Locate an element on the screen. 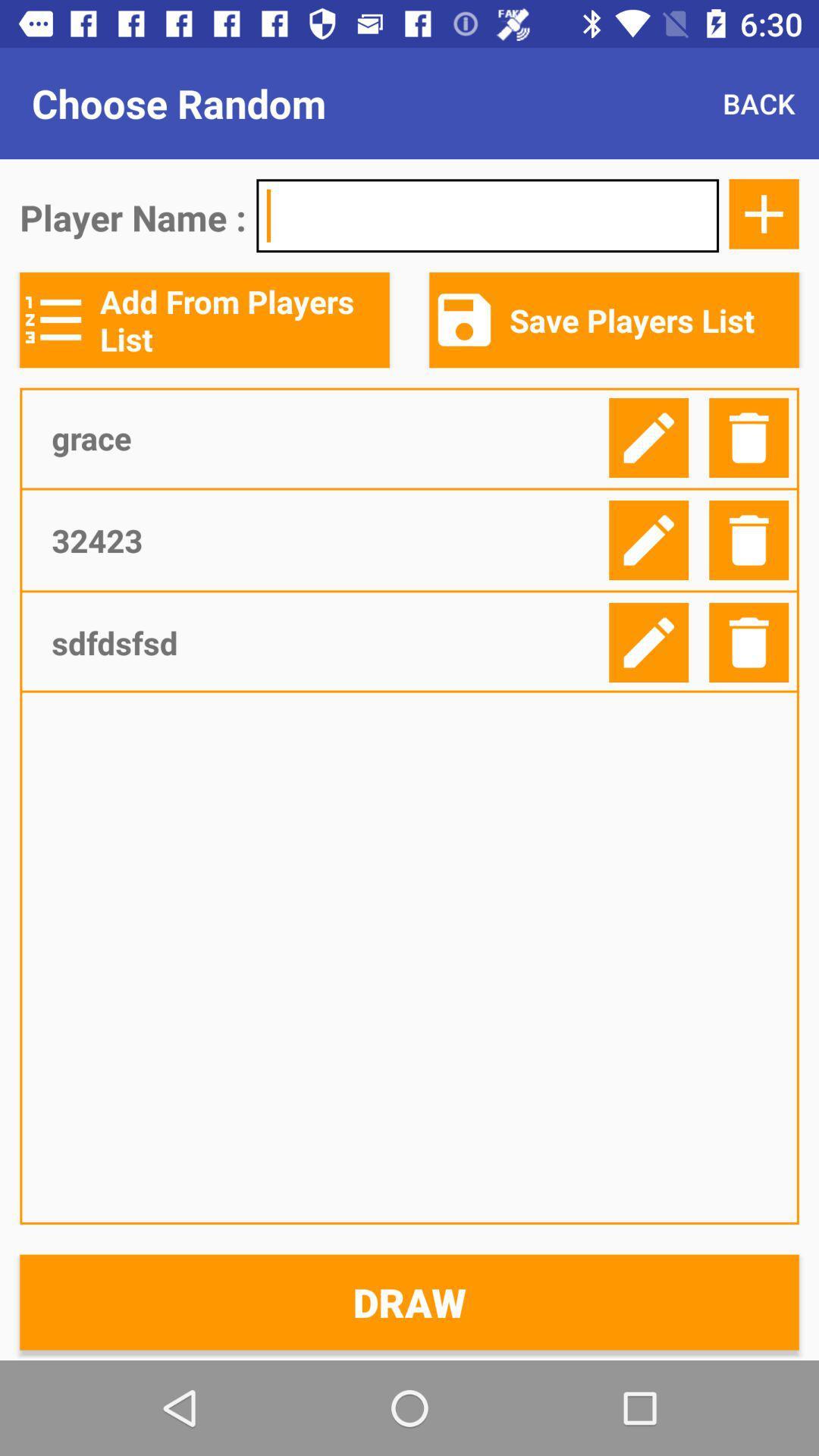  item below back item is located at coordinates (488, 215).